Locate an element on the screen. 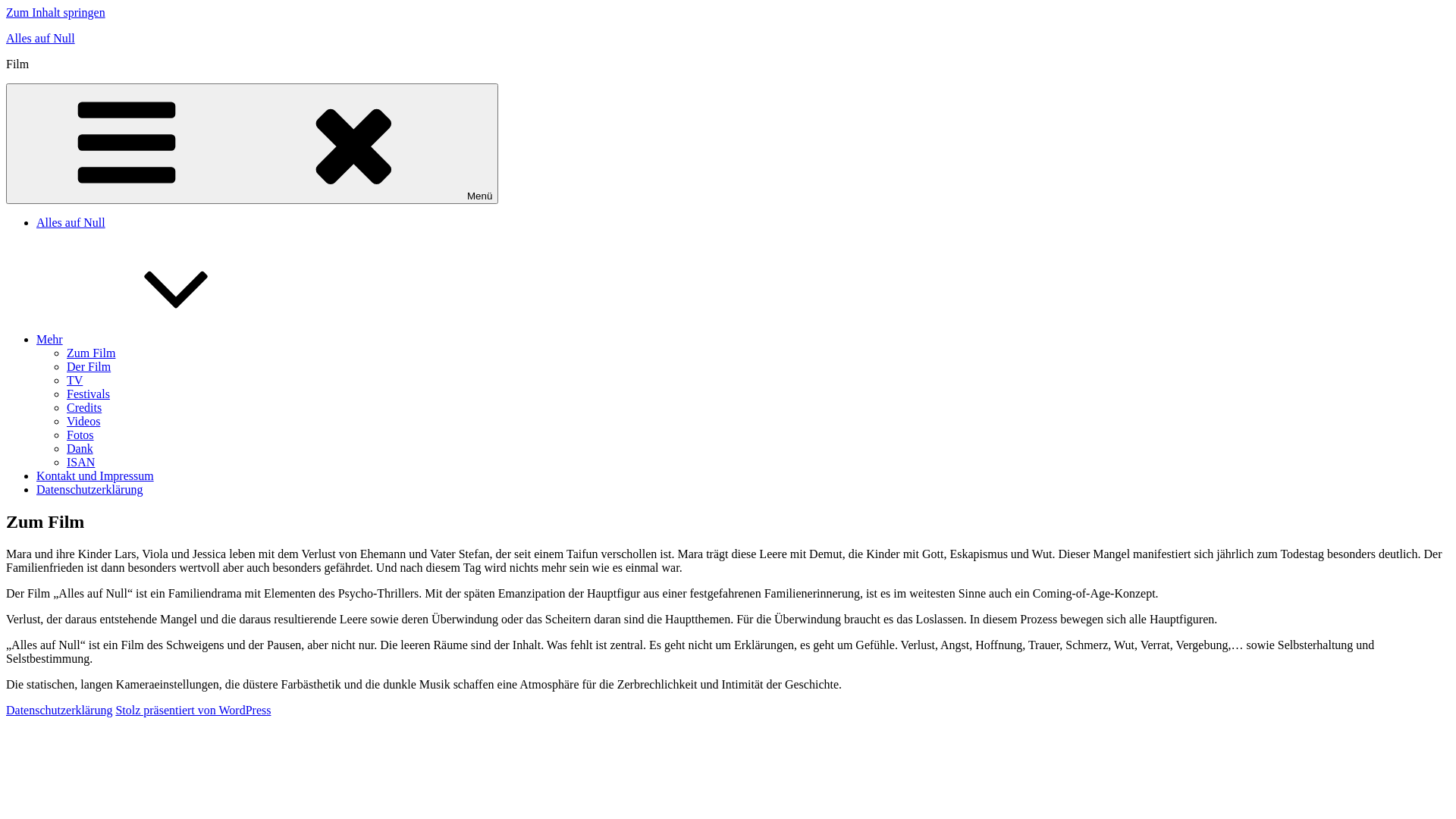  'Fotos' is located at coordinates (79, 435).